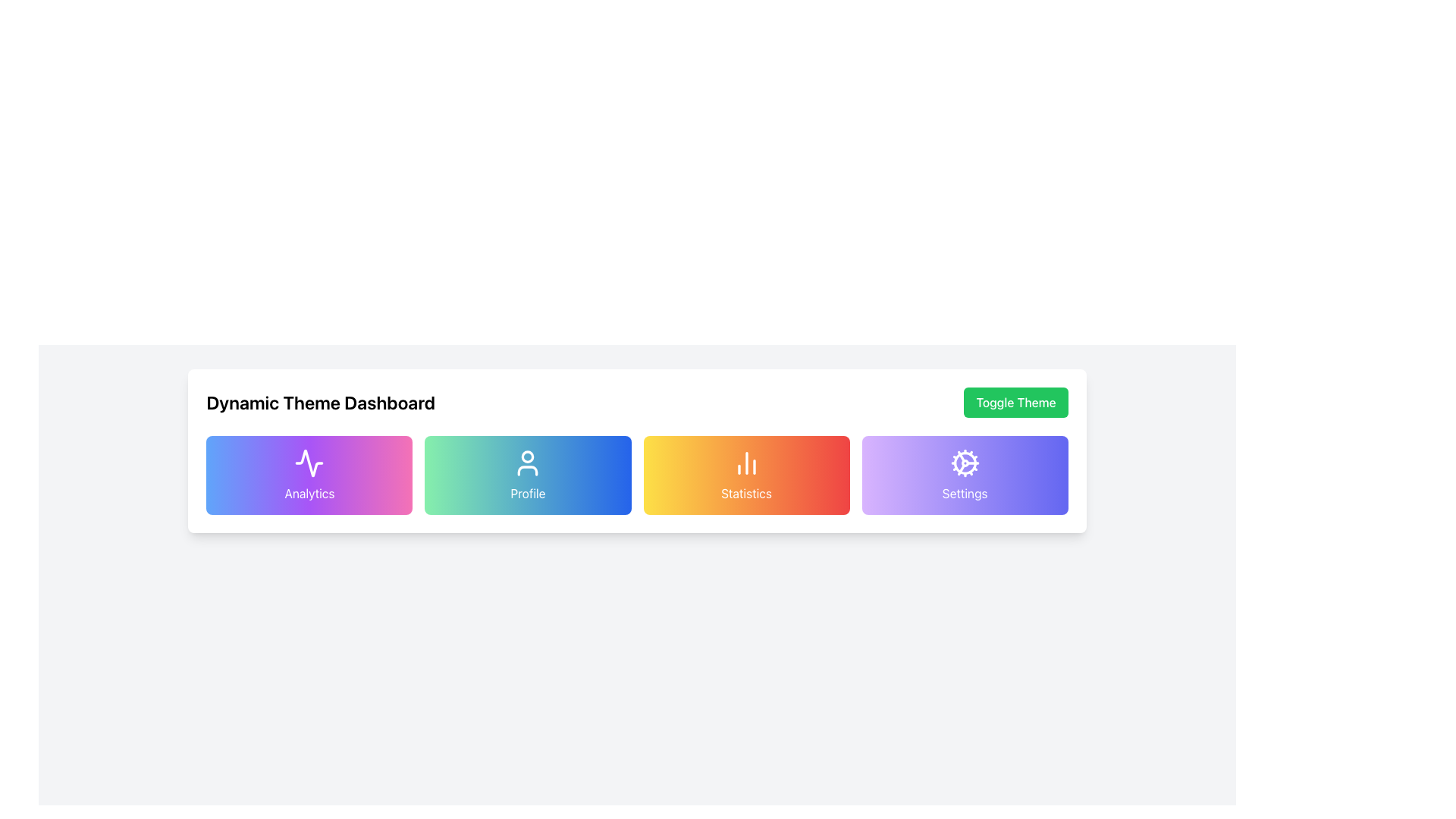 This screenshot has height=819, width=1456. What do you see at coordinates (964, 462) in the screenshot?
I see `the cogwheel icon located in the rightmost position of the 'Settings' card` at bounding box center [964, 462].